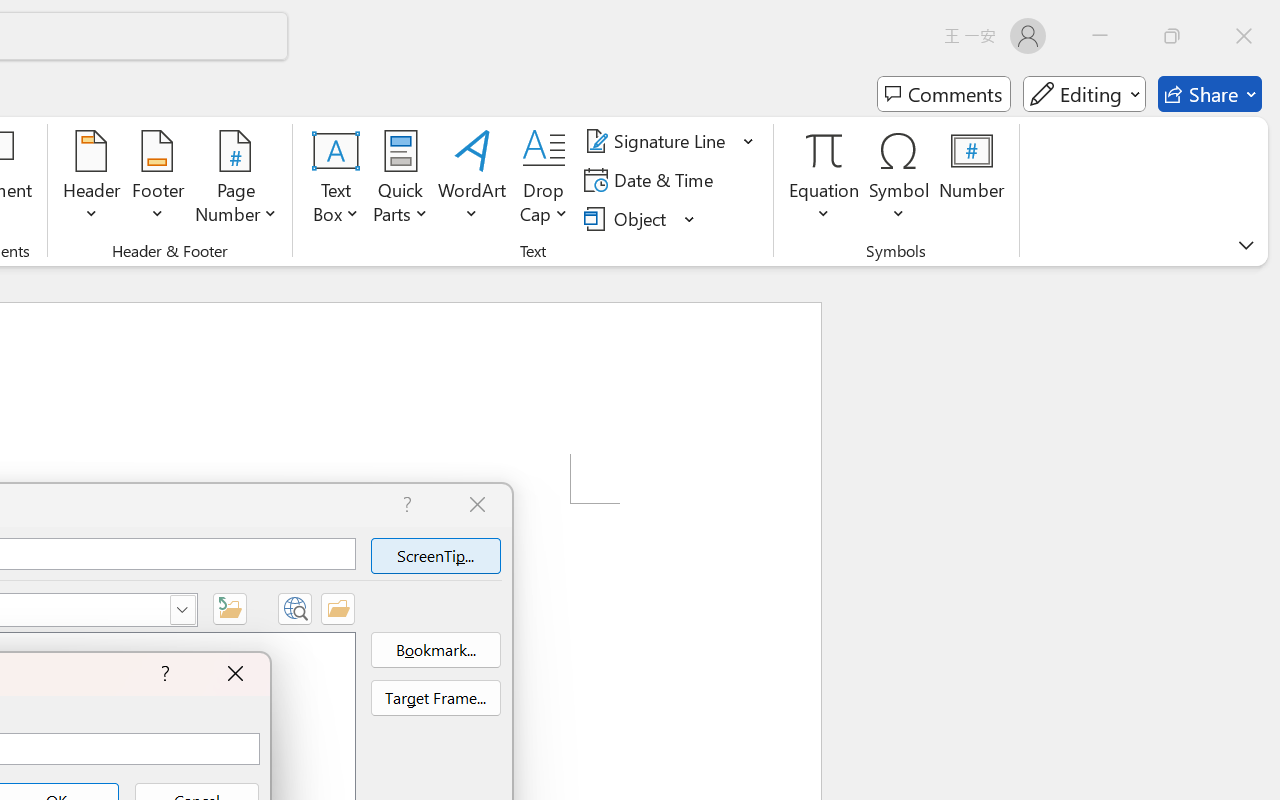  What do you see at coordinates (972, 179) in the screenshot?
I see `'Number...'` at bounding box center [972, 179].